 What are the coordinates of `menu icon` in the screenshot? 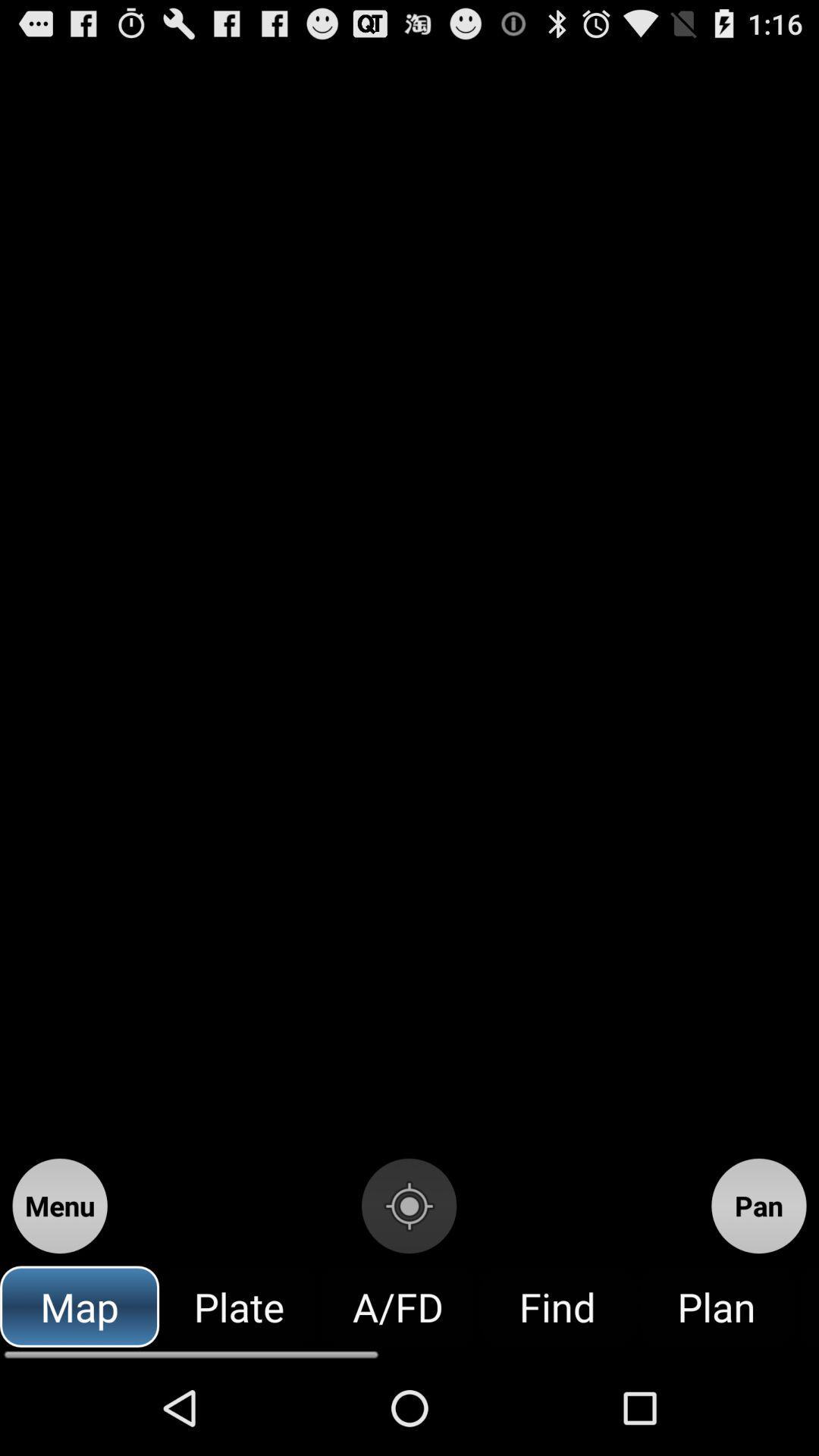 It's located at (59, 1205).